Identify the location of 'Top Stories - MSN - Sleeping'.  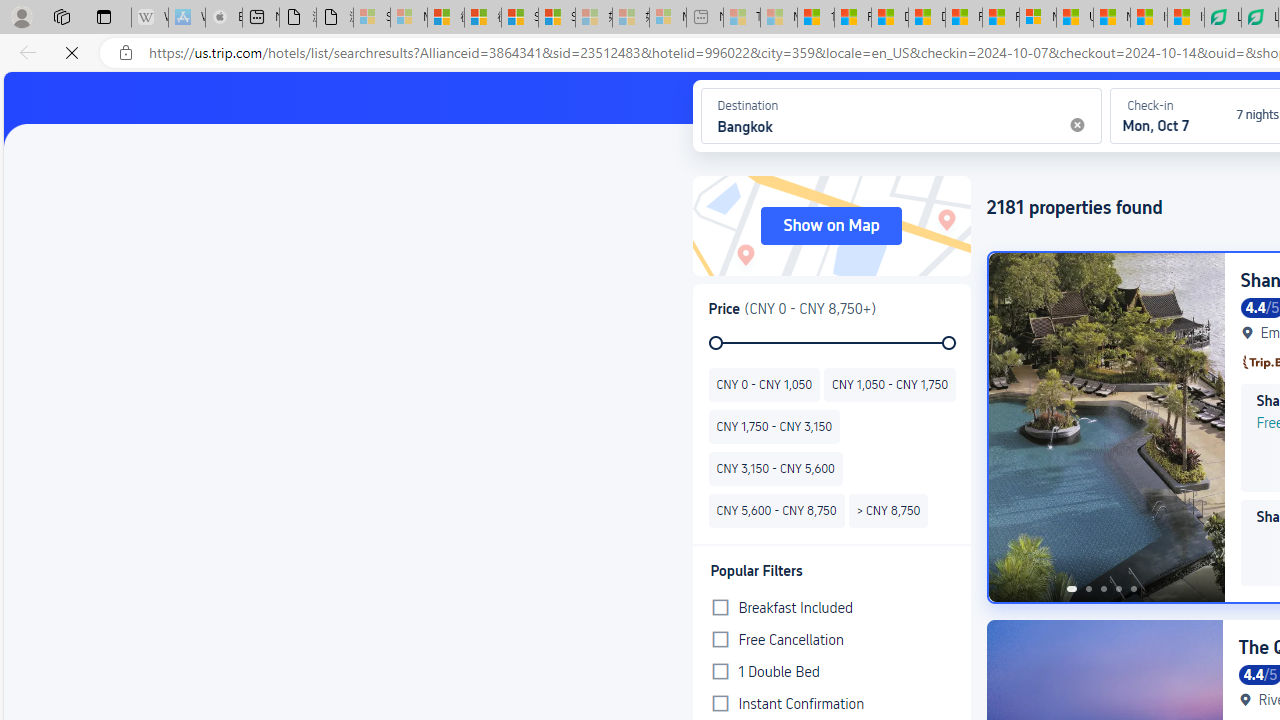
(741, 17).